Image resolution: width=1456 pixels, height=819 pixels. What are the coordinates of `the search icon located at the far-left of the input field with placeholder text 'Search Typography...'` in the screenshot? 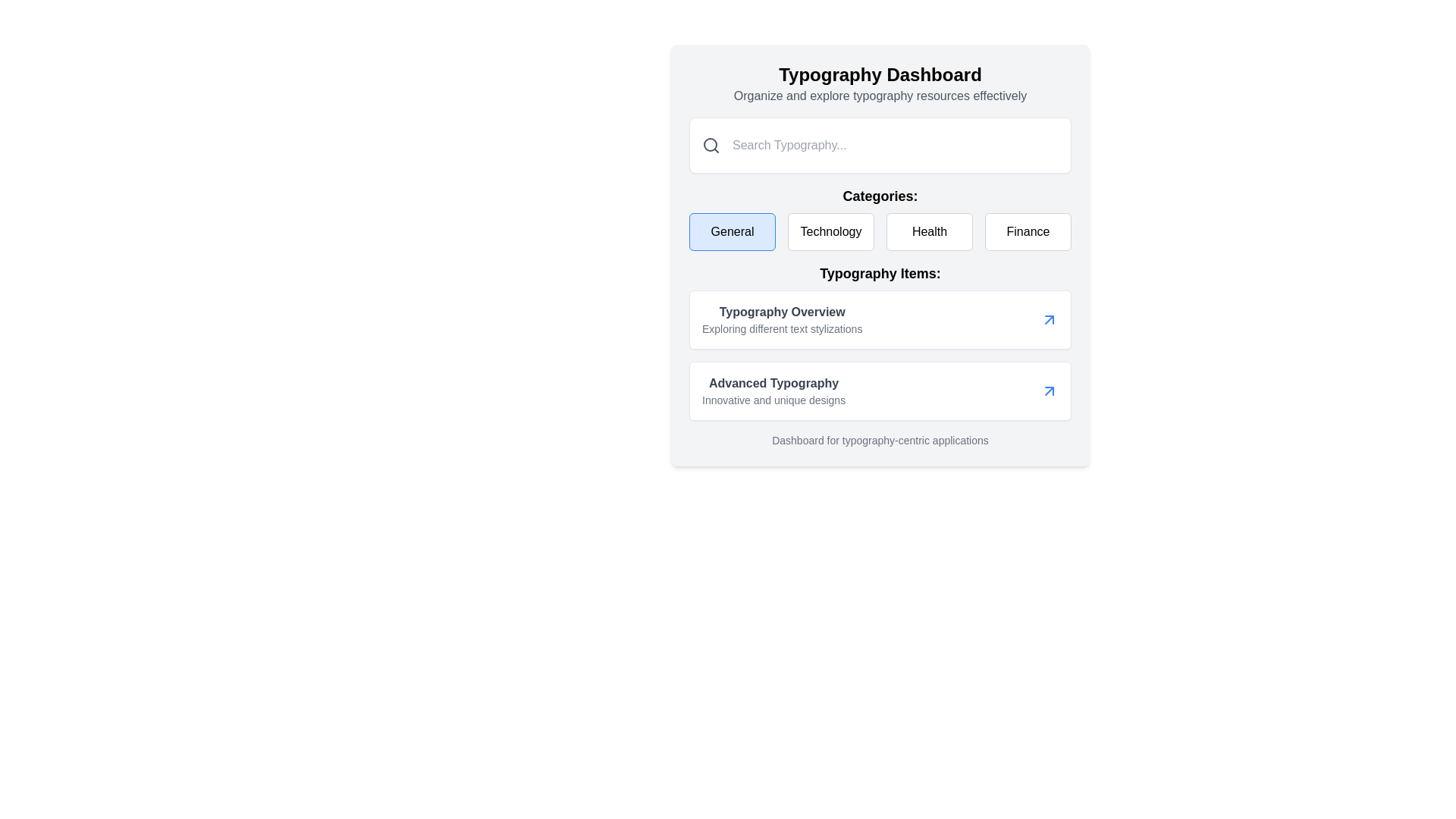 It's located at (710, 146).